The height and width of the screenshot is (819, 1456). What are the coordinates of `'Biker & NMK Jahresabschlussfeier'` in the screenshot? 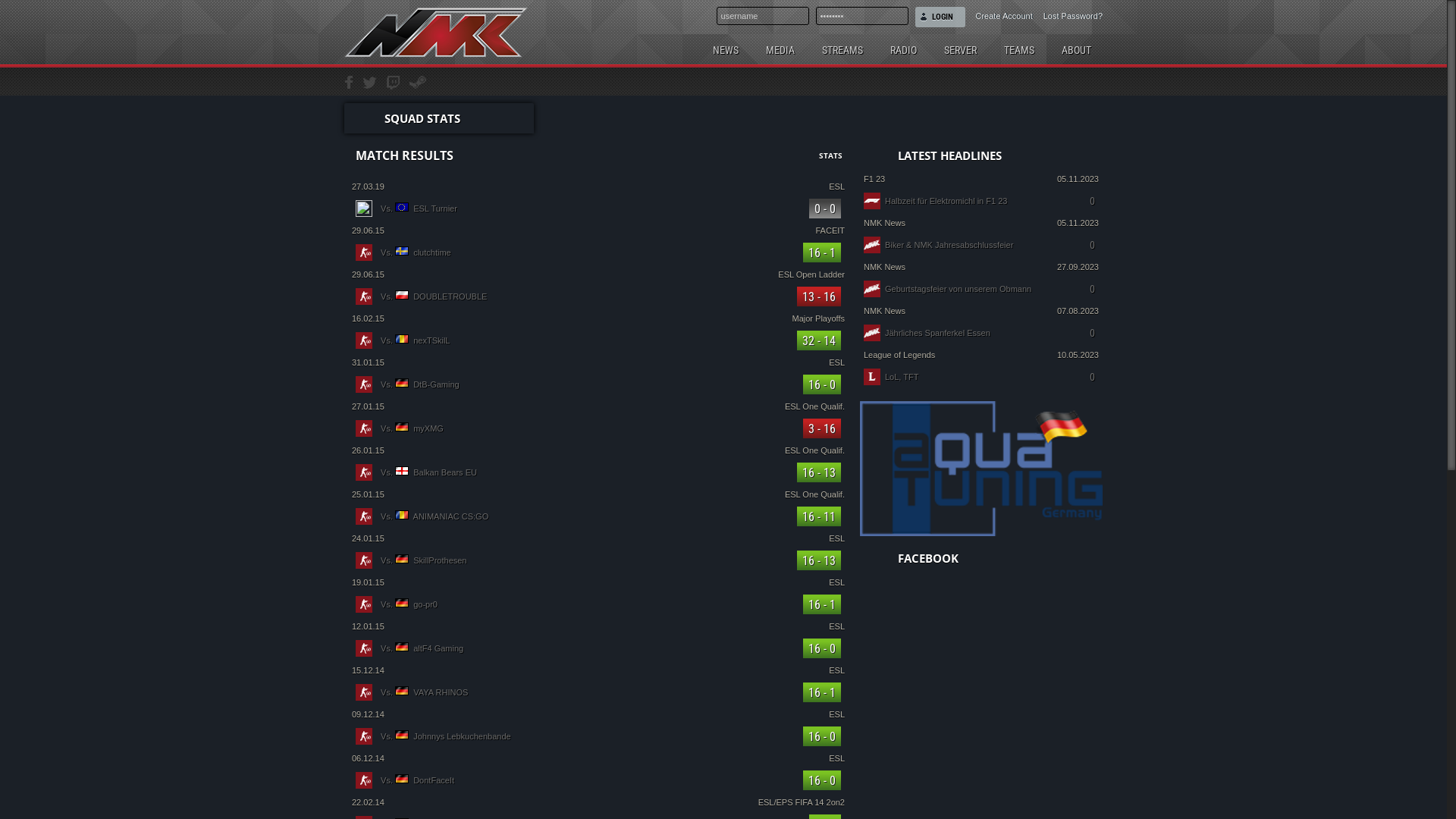 It's located at (884, 244).